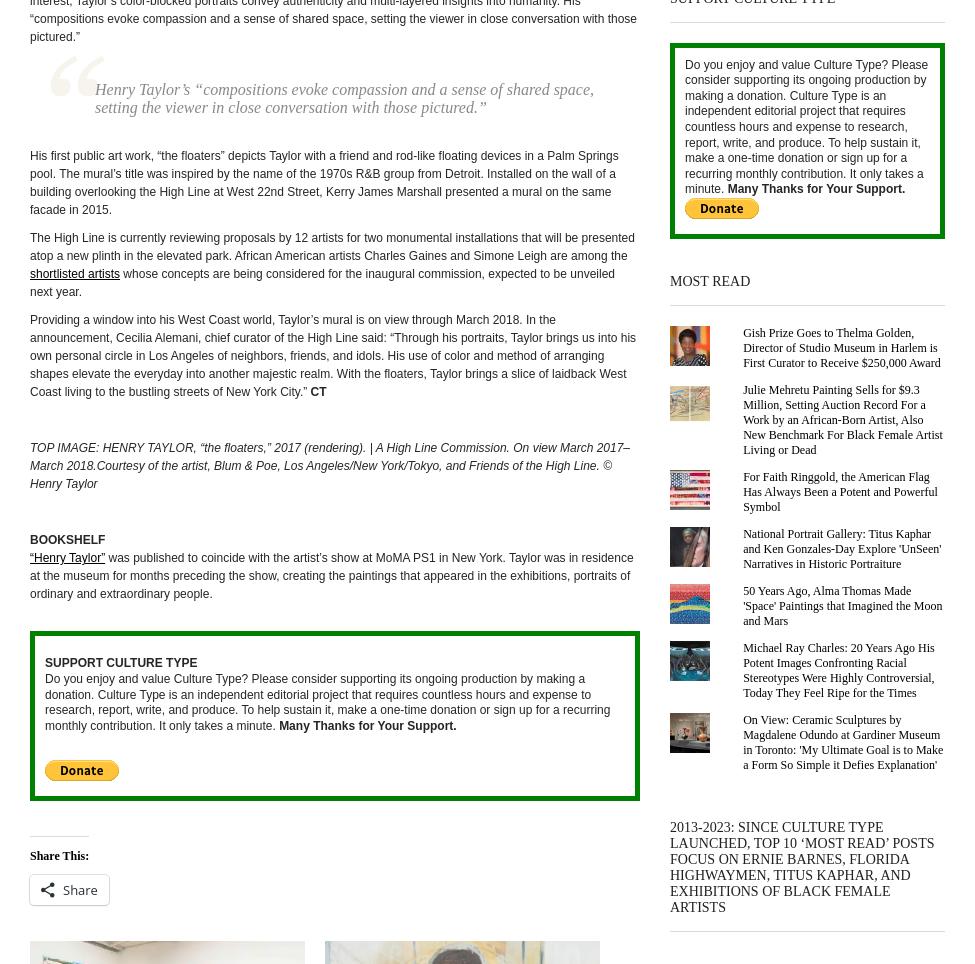 The height and width of the screenshot is (964, 975). I want to click on 'Share This:', so click(30, 854).